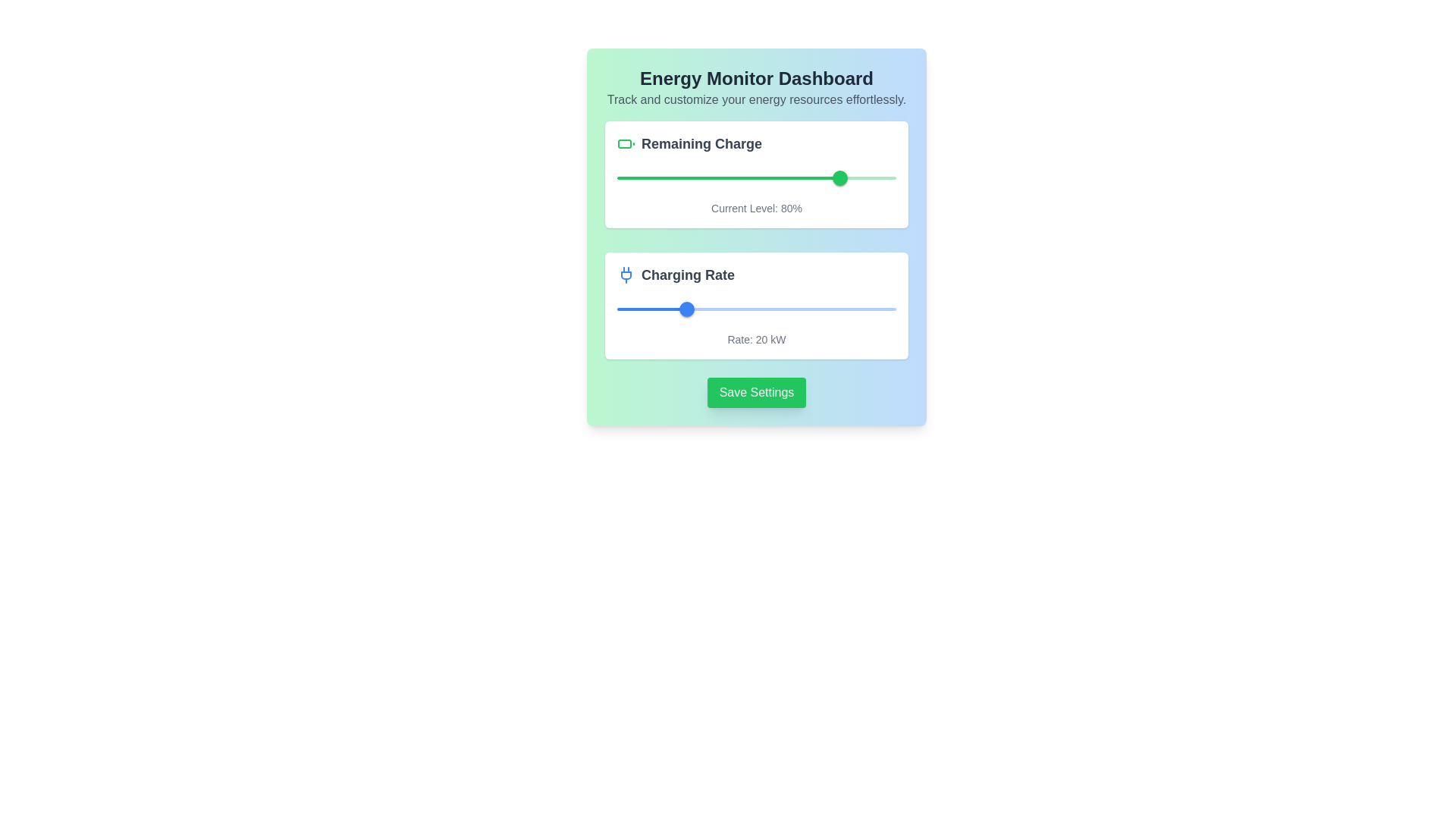 Image resolution: width=1456 pixels, height=819 pixels. What do you see at coordinates (620, 177) in the screenshot?
I see `slider value` at bounding box center [620, 177].